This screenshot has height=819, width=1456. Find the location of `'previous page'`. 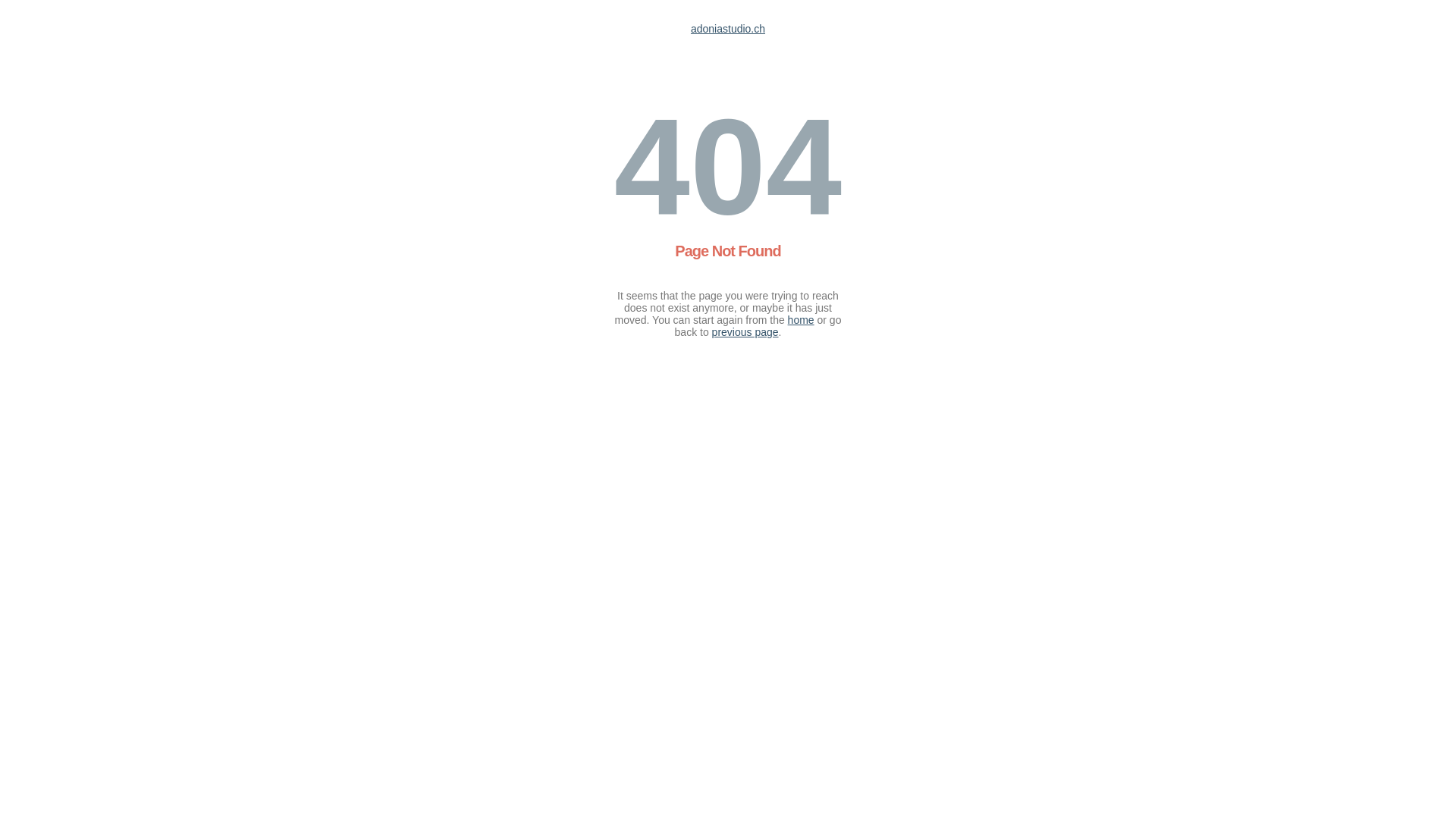

'previous page' is located at coordinates (745, 331).